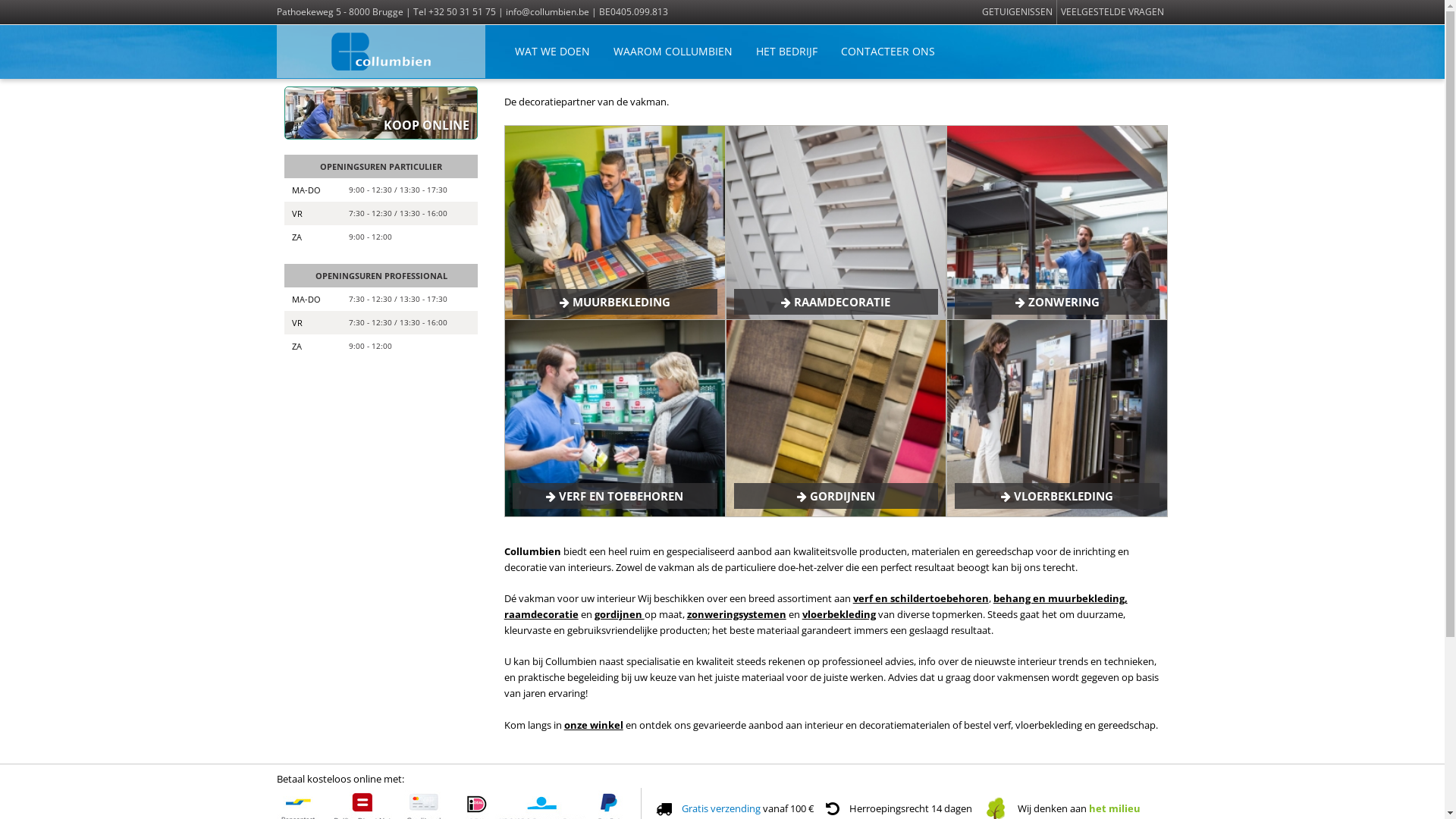  I want to click on 'KOOP ONLINE', so click(381, 112).